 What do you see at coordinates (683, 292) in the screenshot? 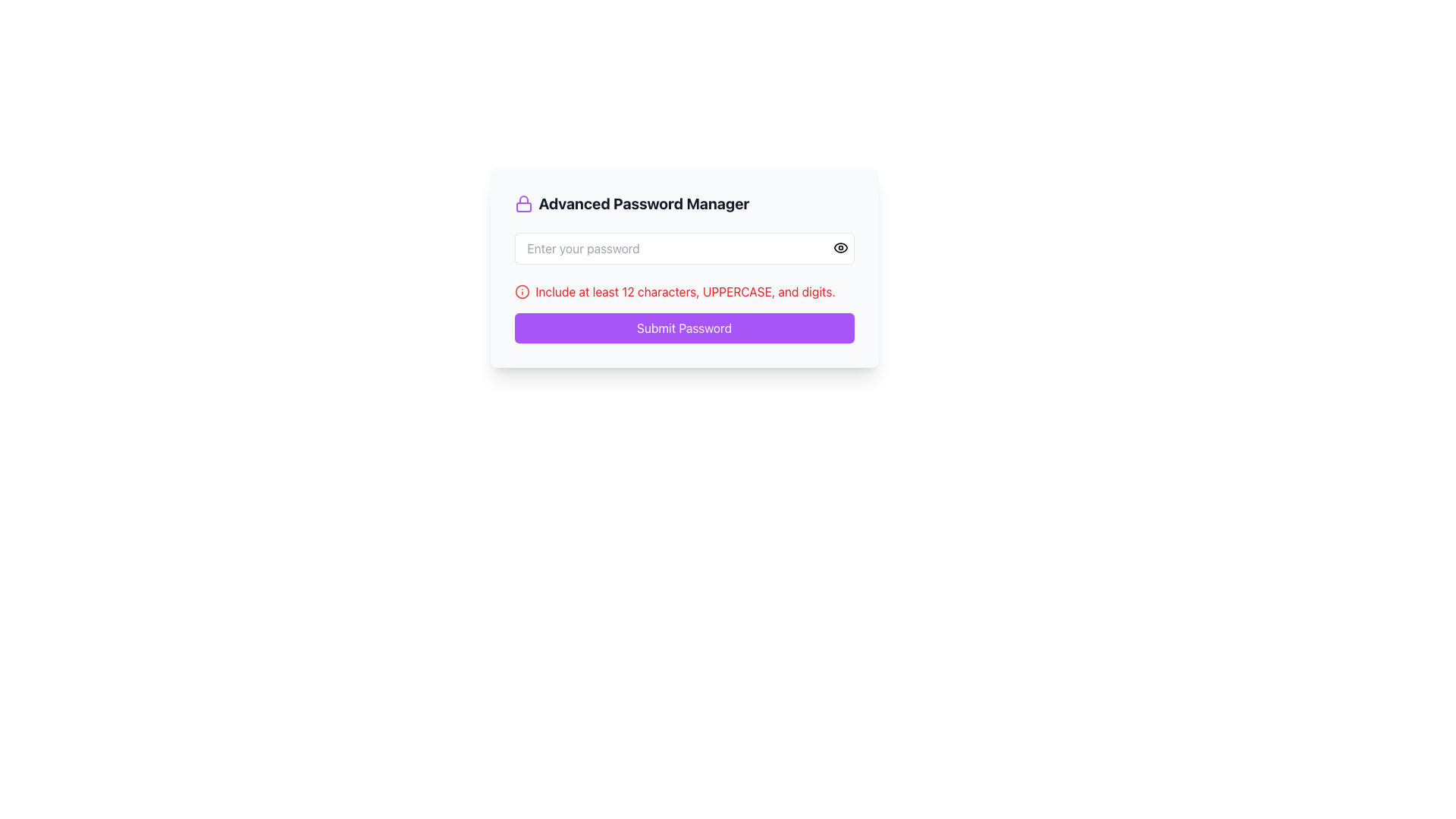
I see `informational text with the red warning message 'Include at least 12 characters, UPPERCASE, and digits.' located below the password input field in the 'Advanced Password Manager' card` at bounding box center [683, 292].